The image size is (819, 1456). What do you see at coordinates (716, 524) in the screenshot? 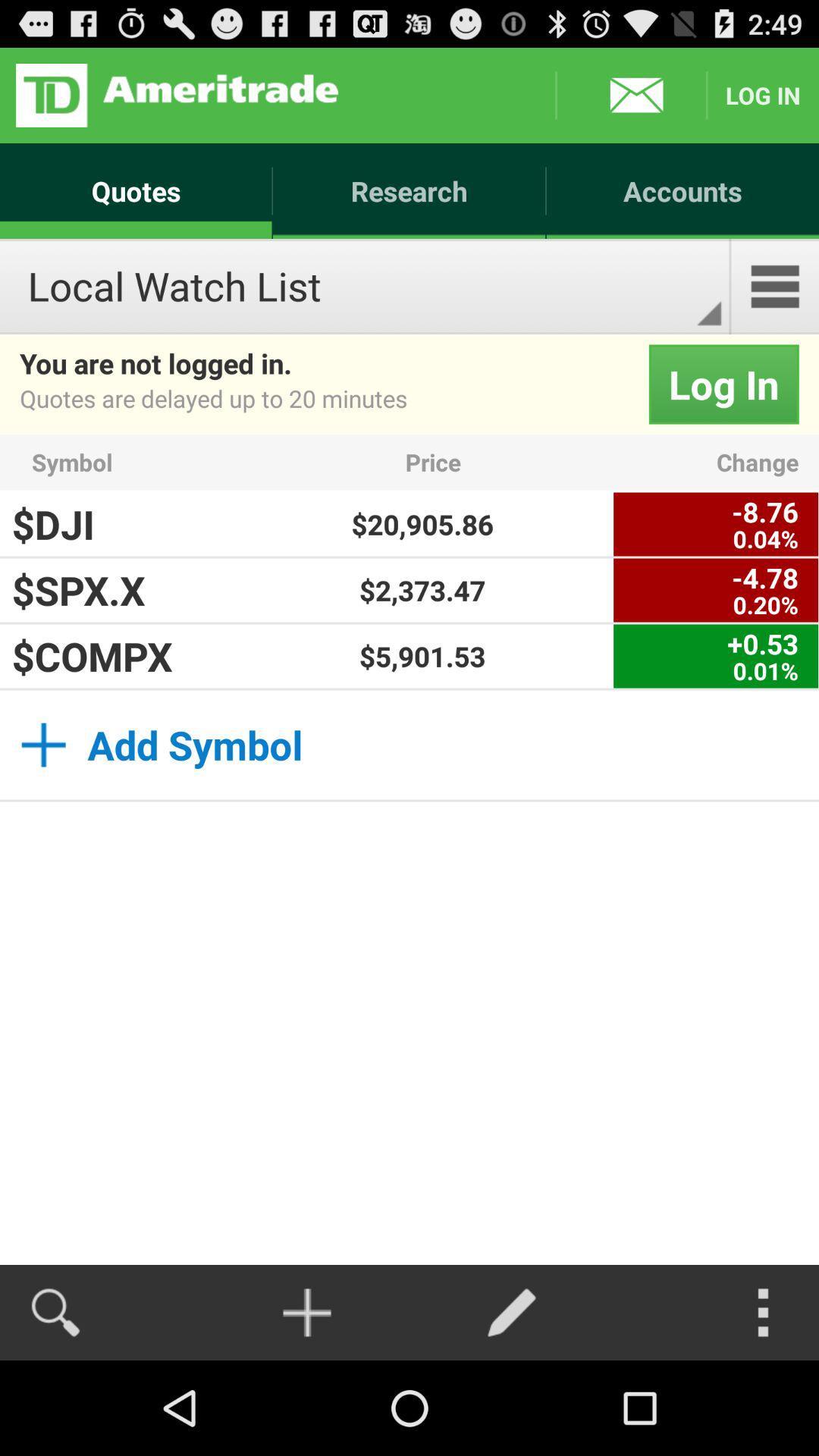
I see `item below the change icon` at bounding box center [716, 524].